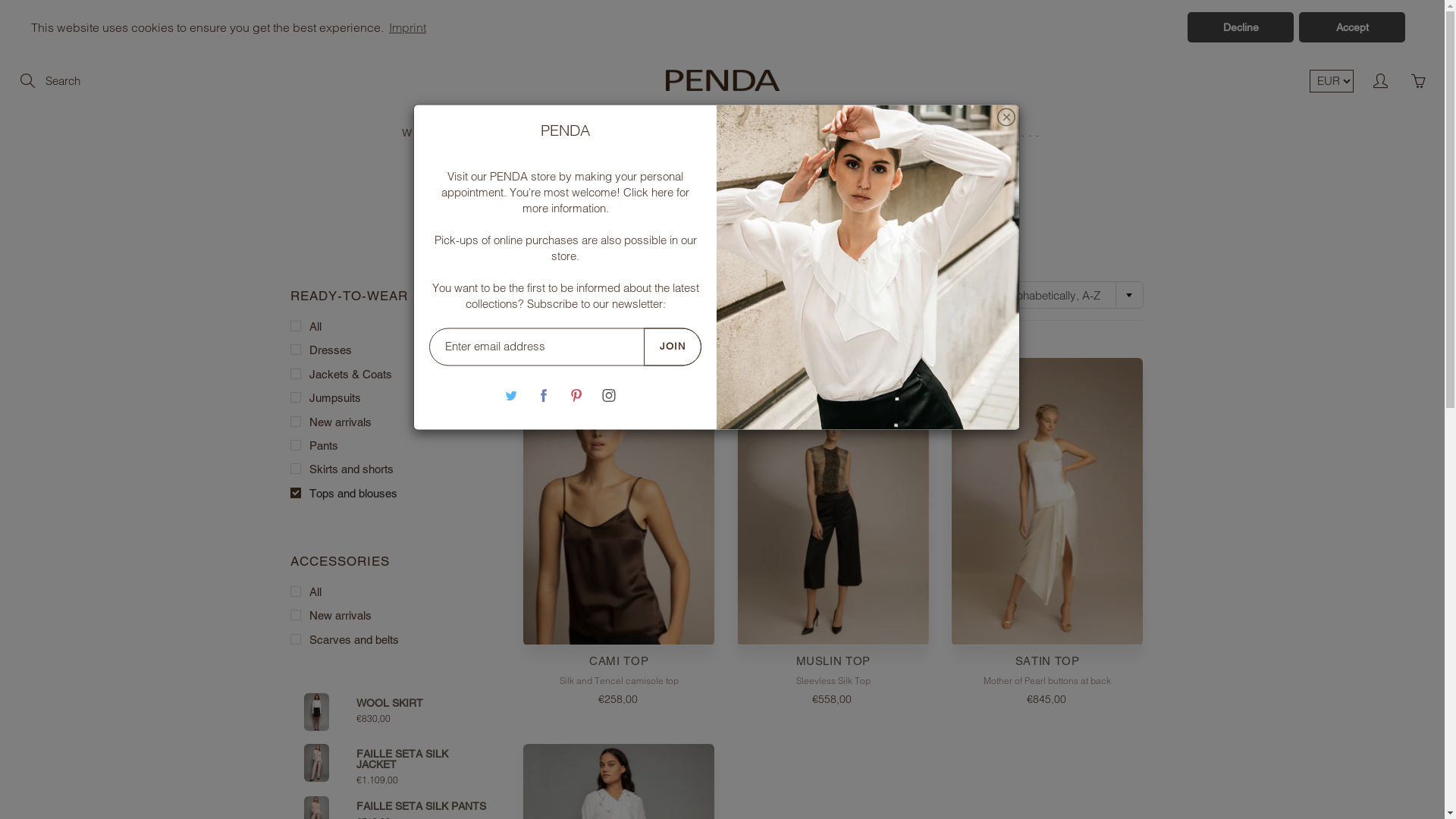  I want to click on 'FAILLE SETA SILK JACKET', so click(356, 759).